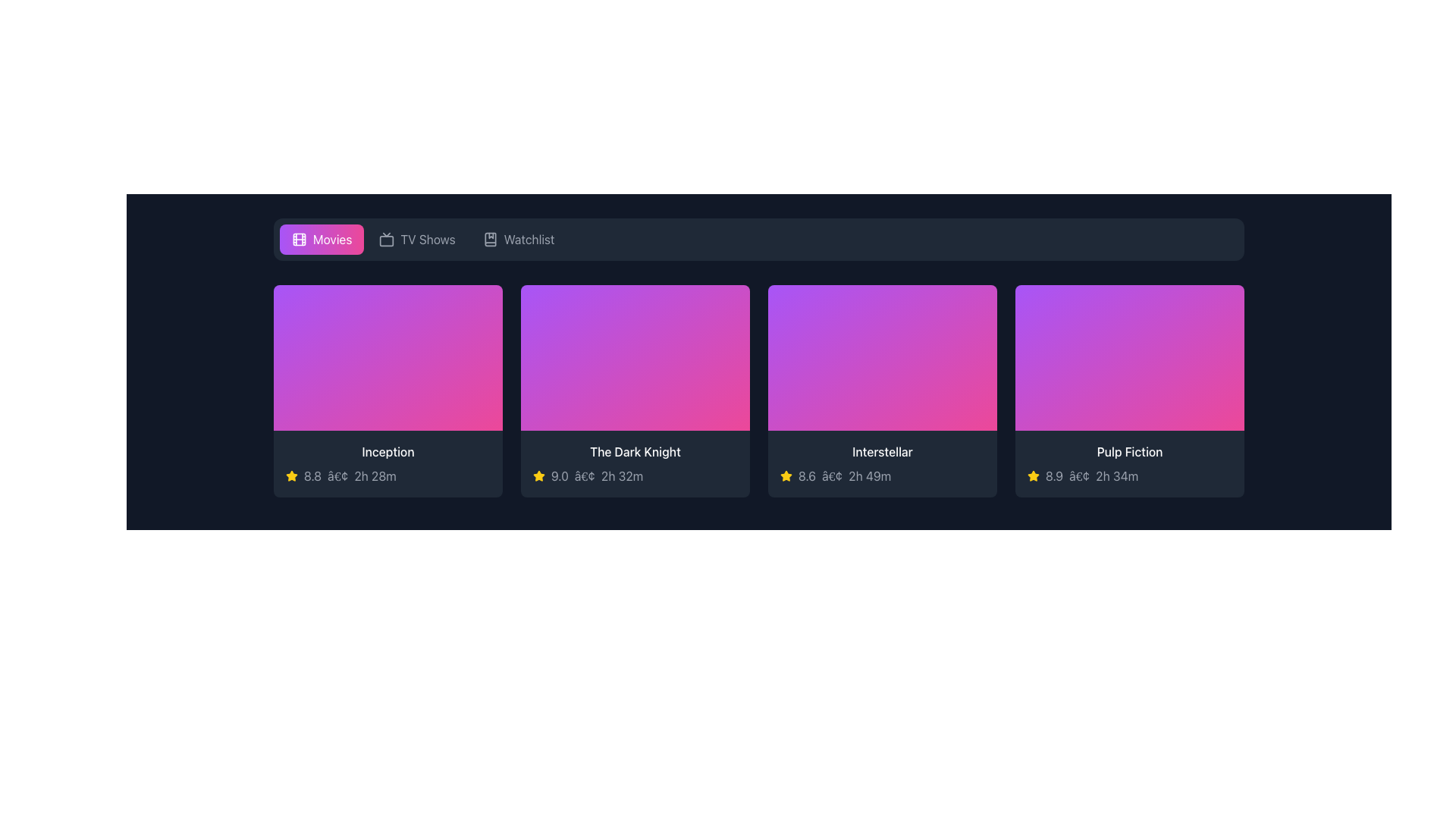 Image resolution: width=1456 pixels, height=819 pixels. What do you see at coordinates (882, 475) in the screenshot?
I see `the text with rating '8.6' and duration '2h 49m' below the title 'Interstellar', styled with gray text and a yellow star icon` at bounding box center [882, 475].